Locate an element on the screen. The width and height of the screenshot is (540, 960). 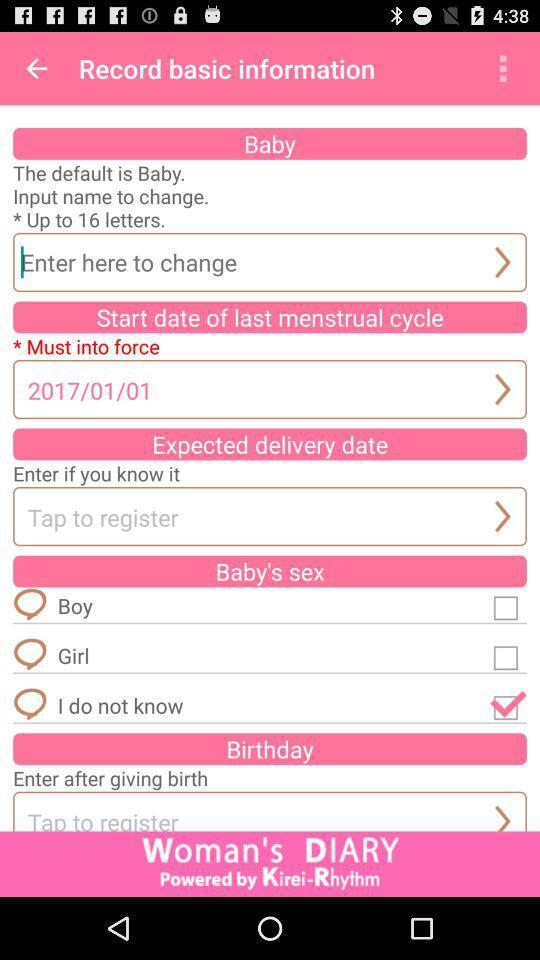
select/unselect box is located at coordinates (508, 705).